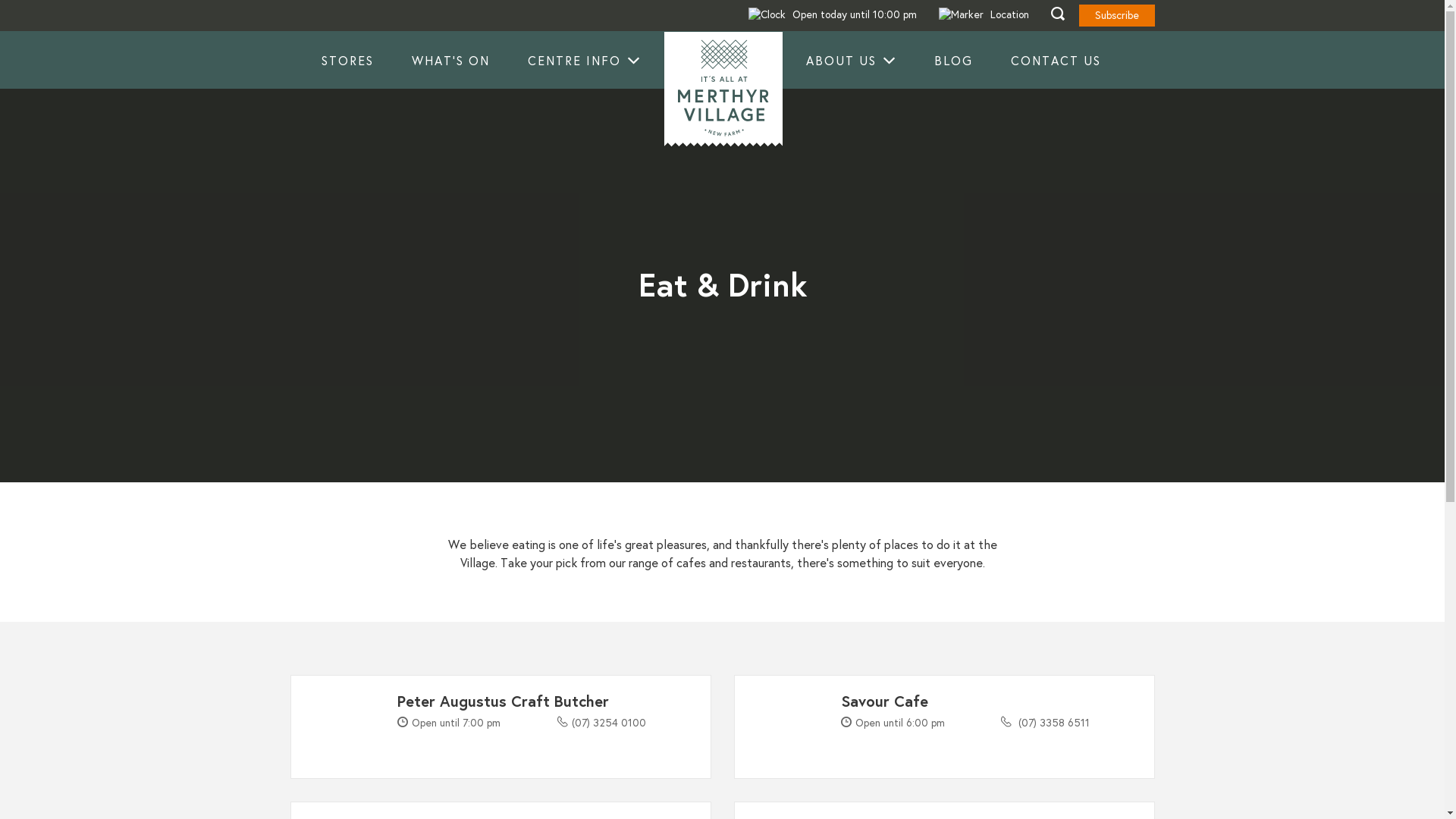 The image size is (1456, 819). I want to click on 'STORES', so click(347, 60).